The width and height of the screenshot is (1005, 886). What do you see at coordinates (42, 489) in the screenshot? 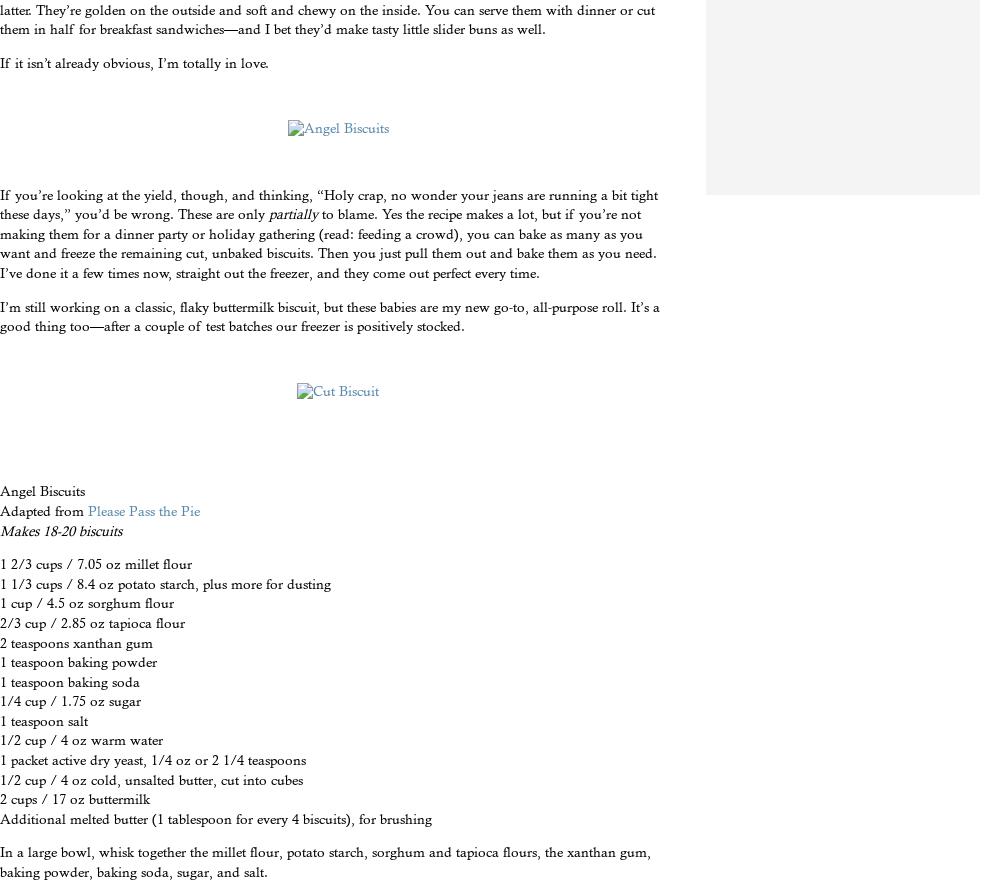
I see `'Angel Biscuits'` at bounding box center [42, 489].